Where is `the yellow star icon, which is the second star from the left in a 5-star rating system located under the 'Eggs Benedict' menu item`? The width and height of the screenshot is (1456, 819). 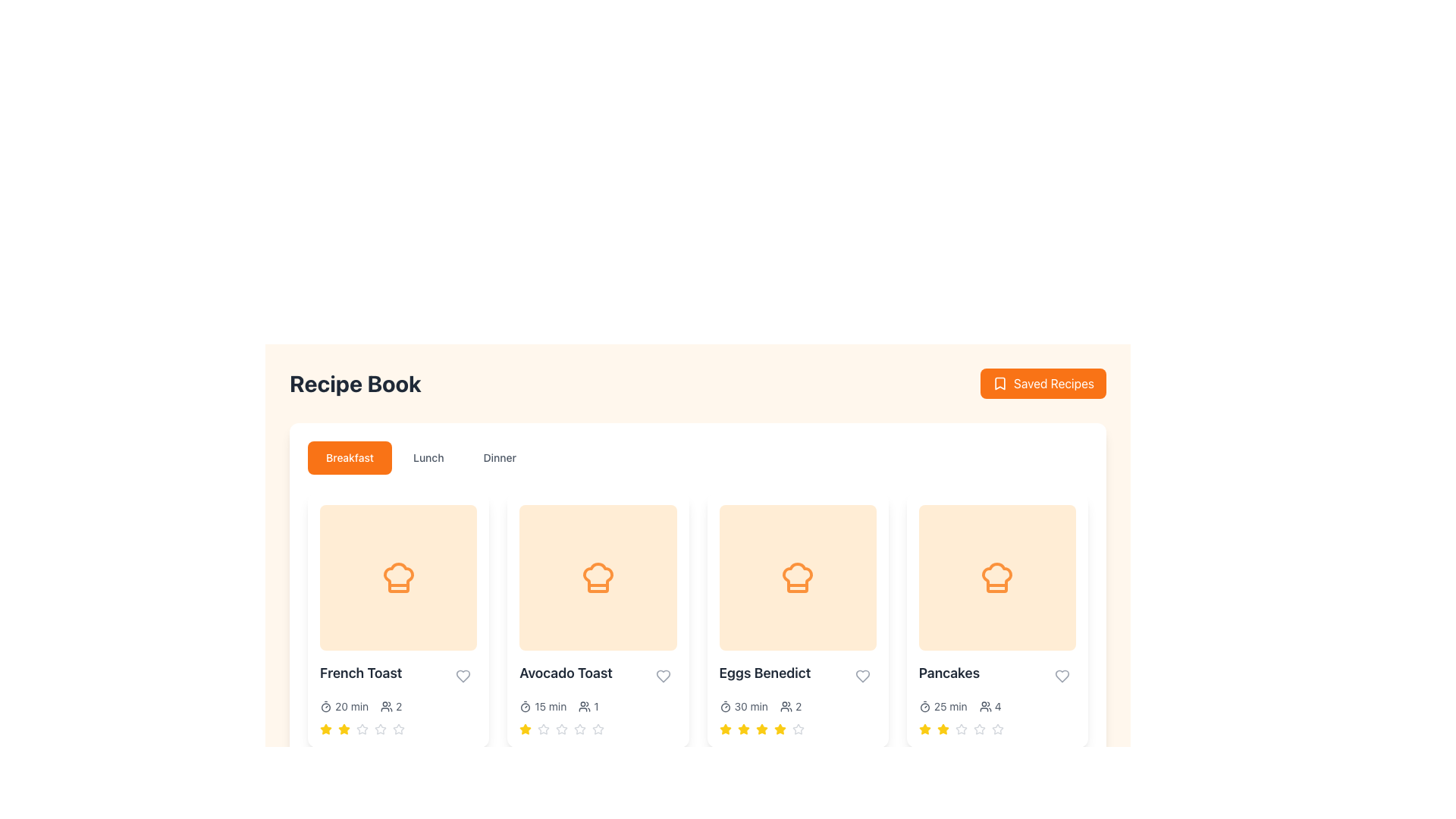 the yellow star icon, which is the second star from the left in a 5-star rating system located under the 'Eggs Benedict' menu item is located at coordinates (724, 728).